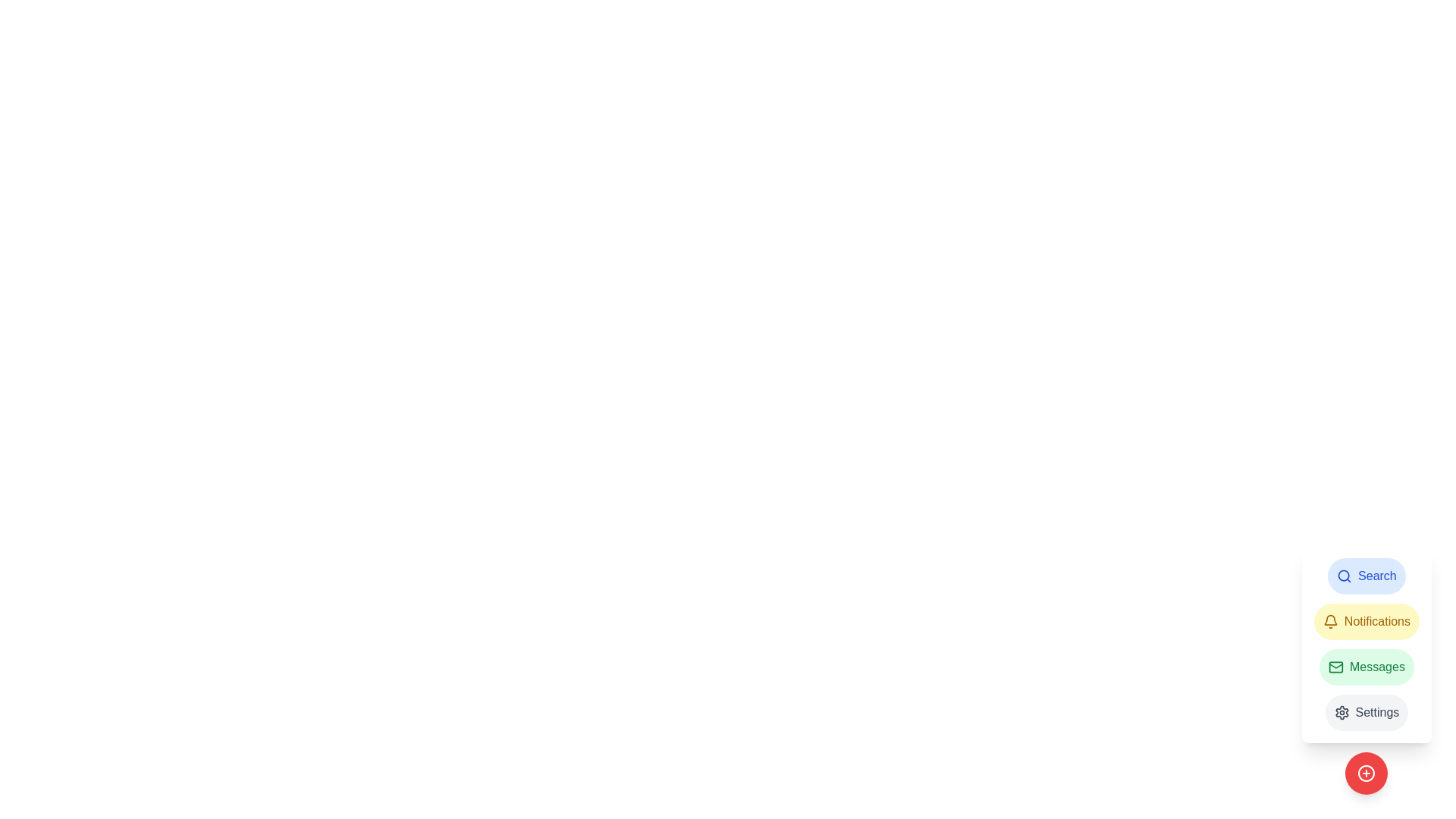  I want to click on the gear icon representing settings, which is adjacent to the 'Settings' text in a rounded button with a light gray background, so click(1341, 713).